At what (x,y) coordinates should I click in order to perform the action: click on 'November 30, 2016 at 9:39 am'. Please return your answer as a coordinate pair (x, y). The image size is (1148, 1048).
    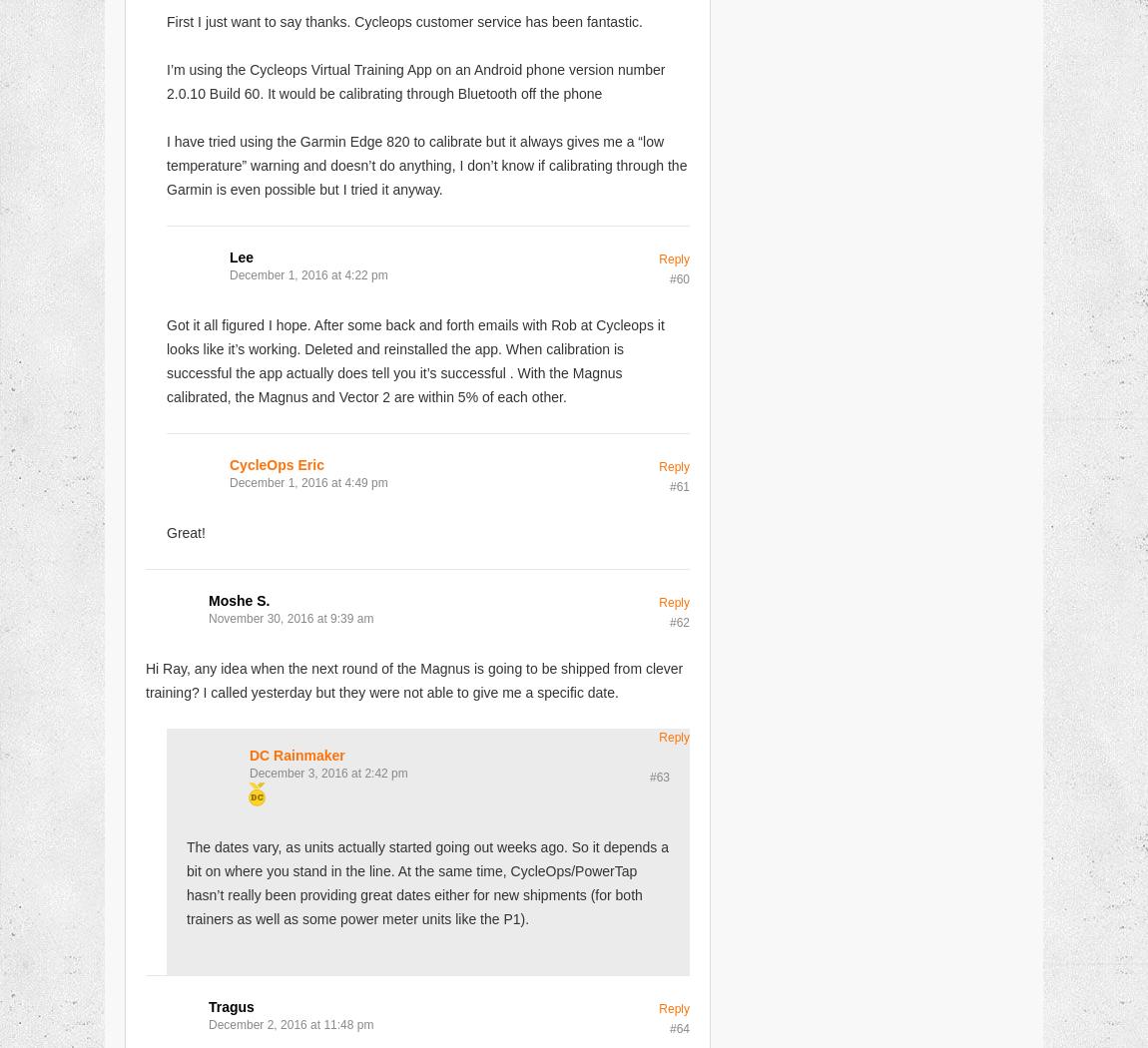
    Looking at the image, I should click on (290, 617).